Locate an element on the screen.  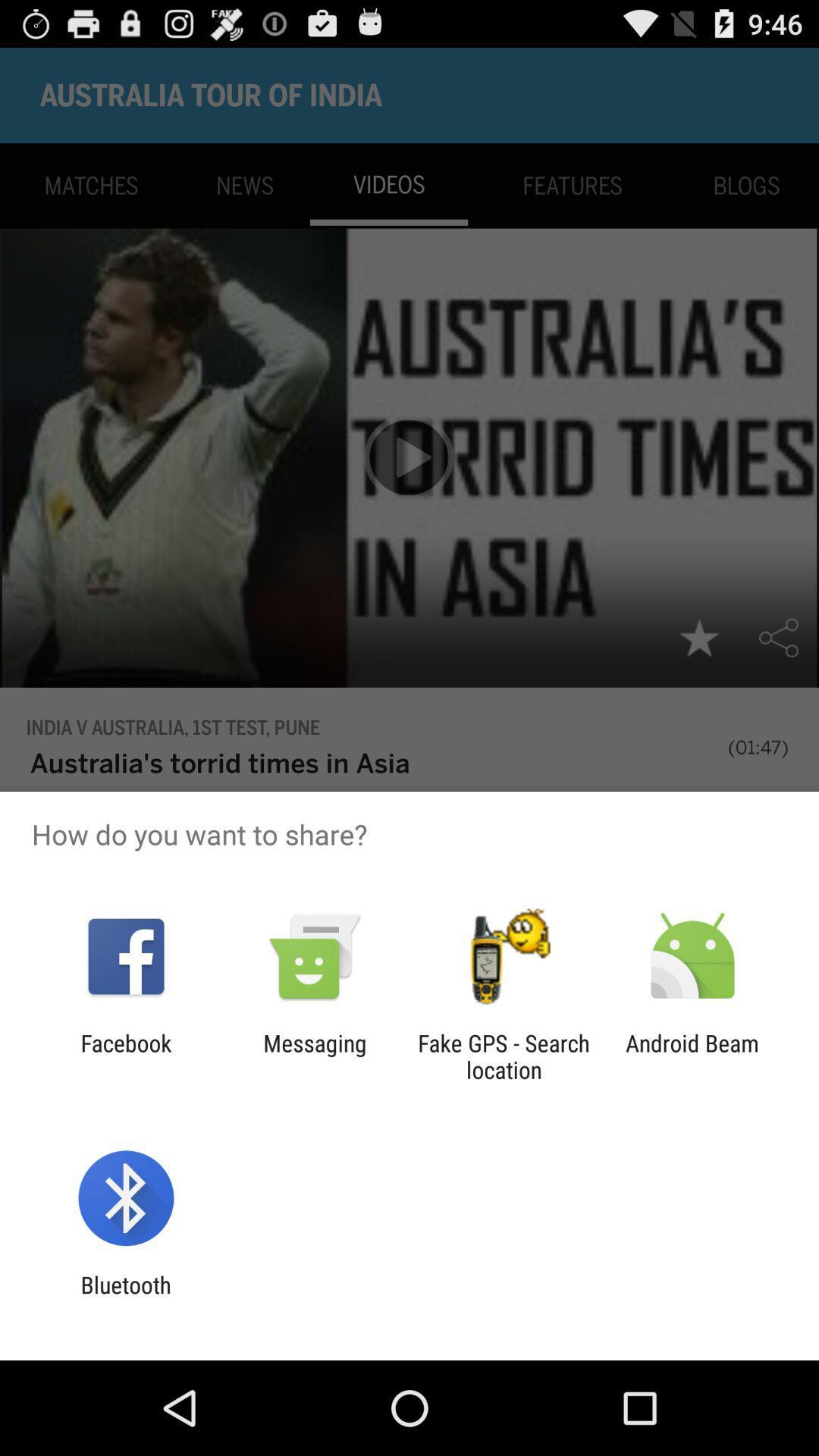
the item next to the facebook item is located at coordinates (314, 1056).